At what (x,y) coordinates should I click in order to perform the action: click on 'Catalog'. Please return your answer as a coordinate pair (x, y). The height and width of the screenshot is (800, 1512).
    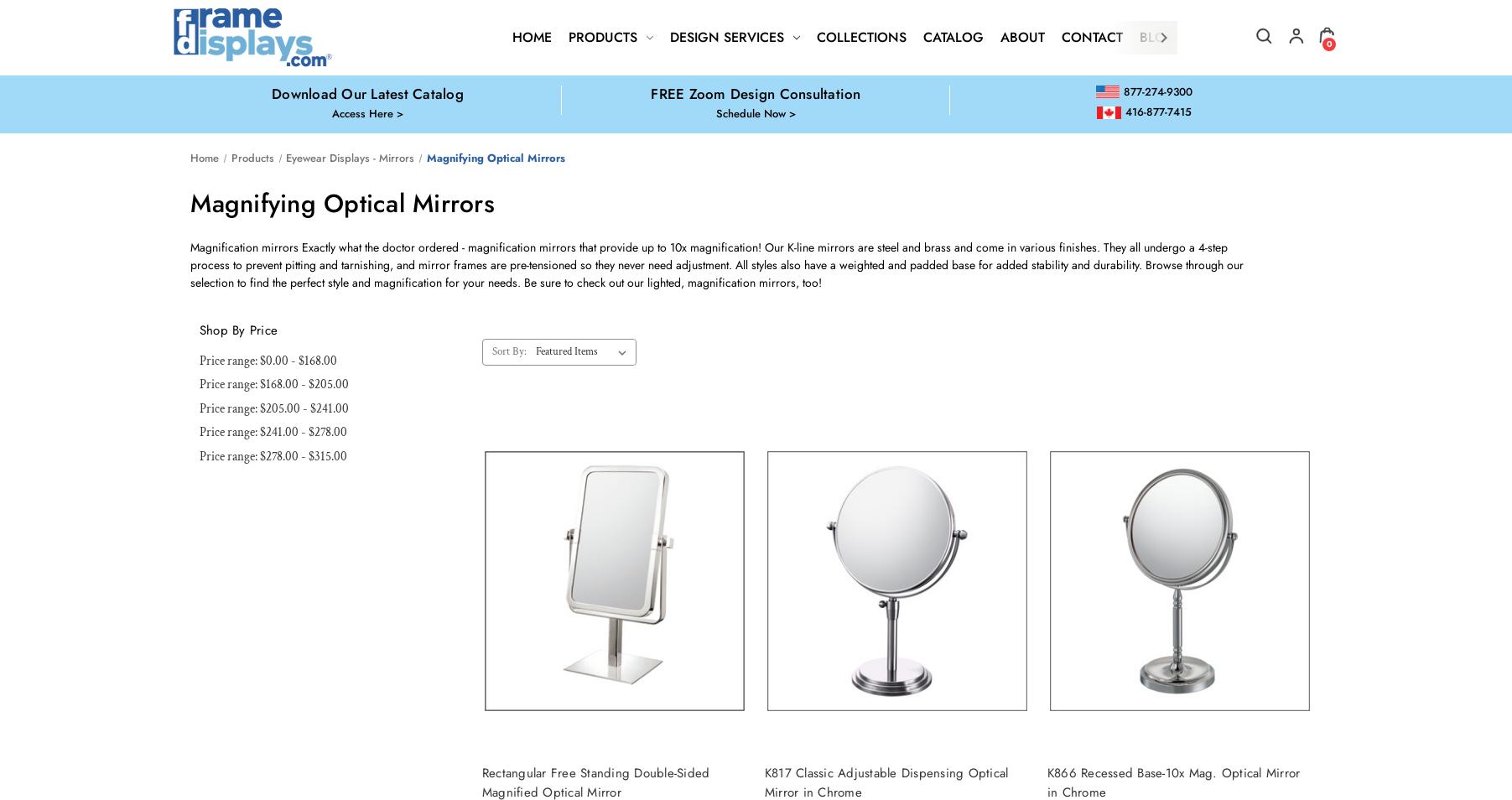
    Looking at the image, I should click on (953, 36).